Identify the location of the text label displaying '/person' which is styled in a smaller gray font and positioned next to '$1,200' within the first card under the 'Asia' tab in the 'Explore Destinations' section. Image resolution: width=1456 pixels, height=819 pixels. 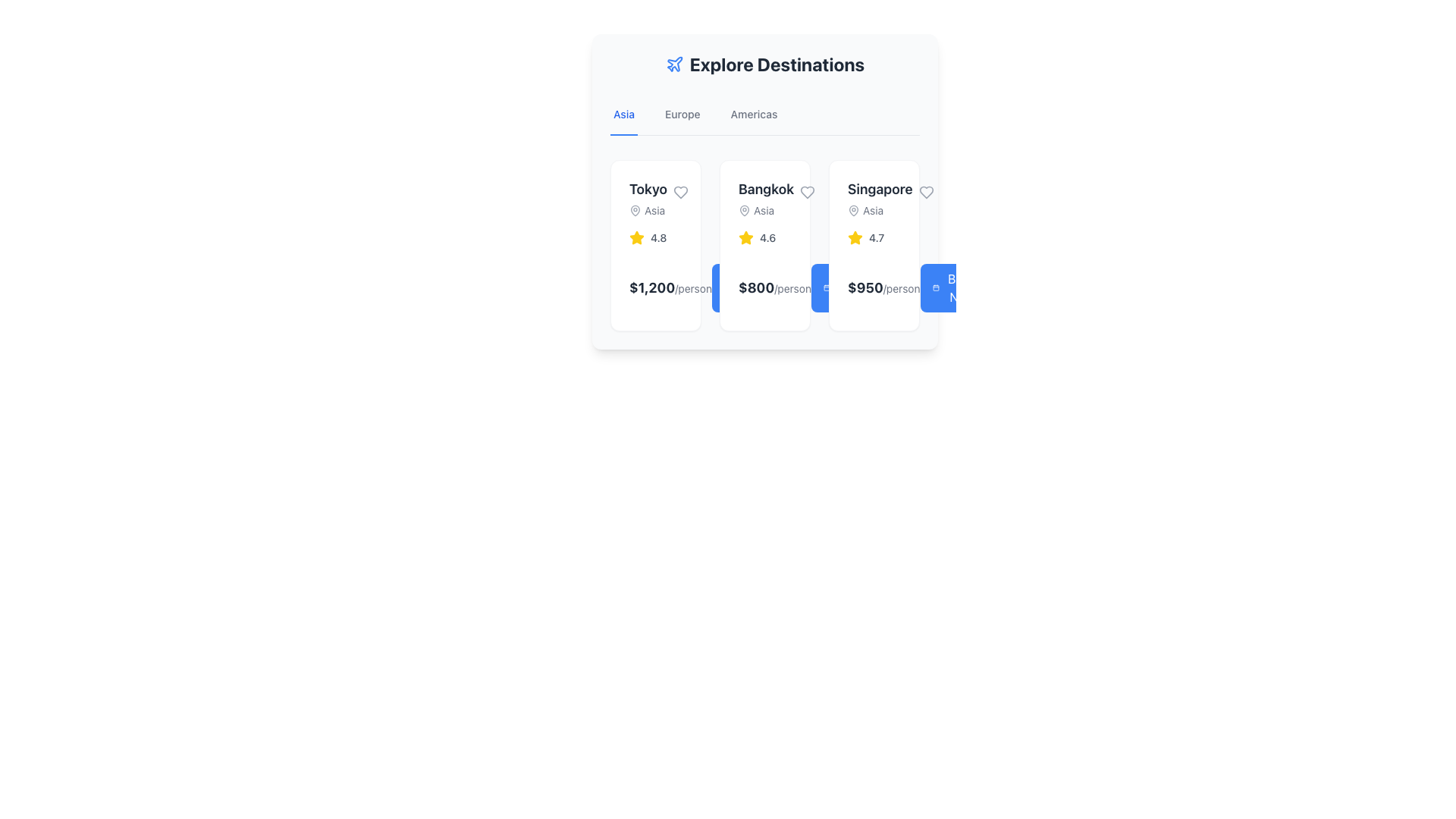
(692, 288).